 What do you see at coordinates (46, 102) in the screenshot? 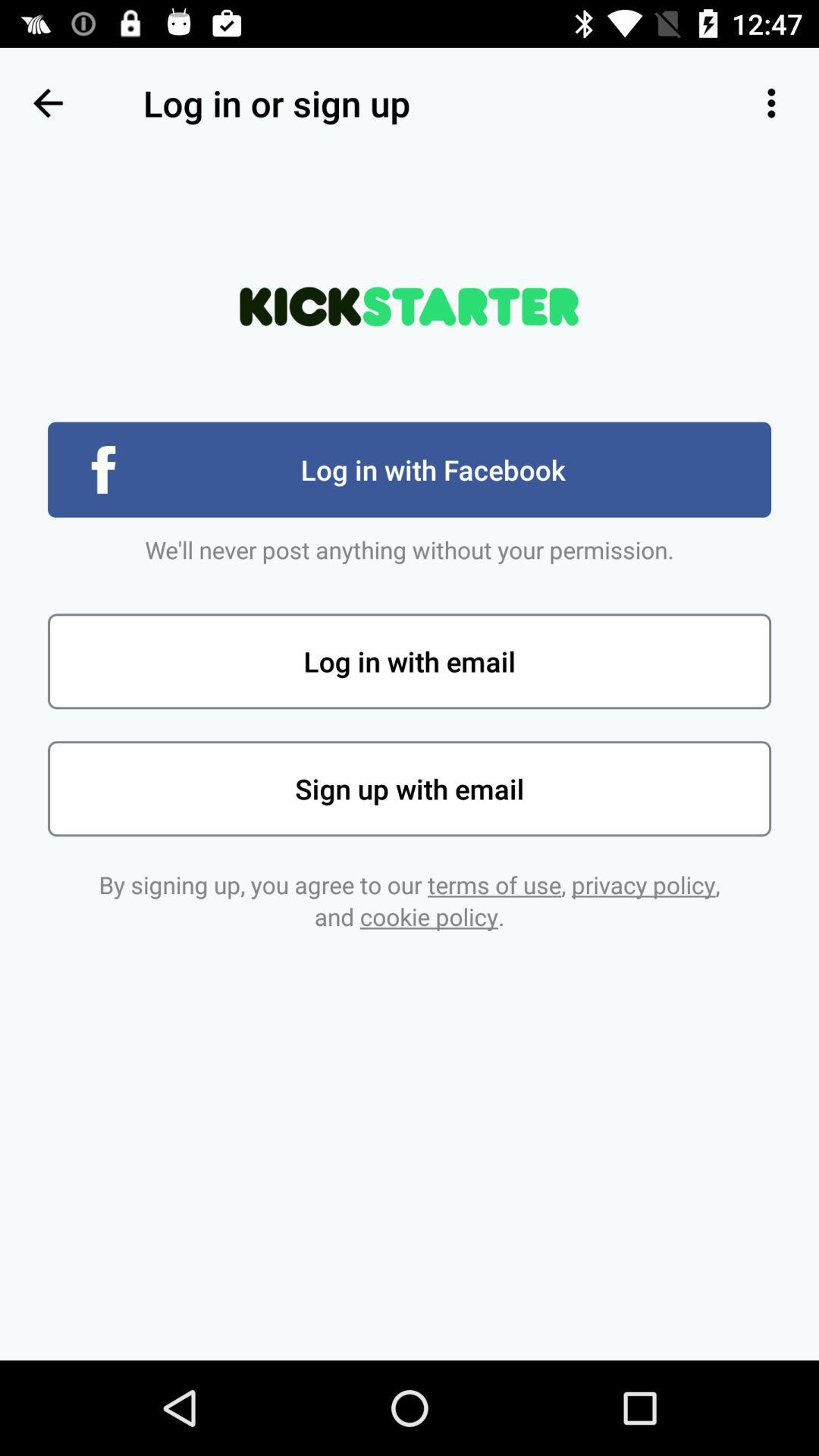
I see `item to the left of the log in or item` at bounding box center [46, 102].